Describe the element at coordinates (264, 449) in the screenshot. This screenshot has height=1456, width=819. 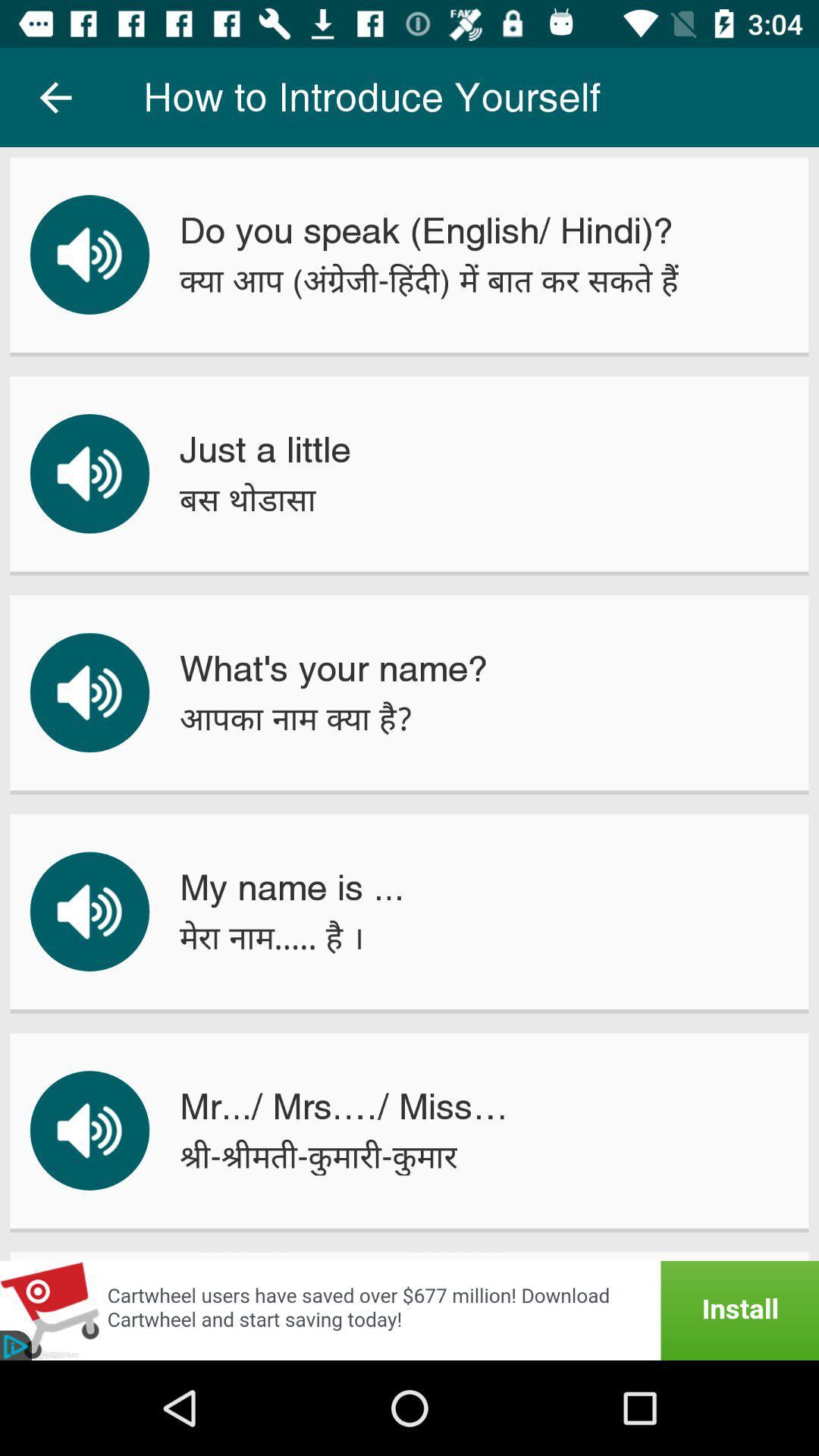
I see `the just a little` at that location.